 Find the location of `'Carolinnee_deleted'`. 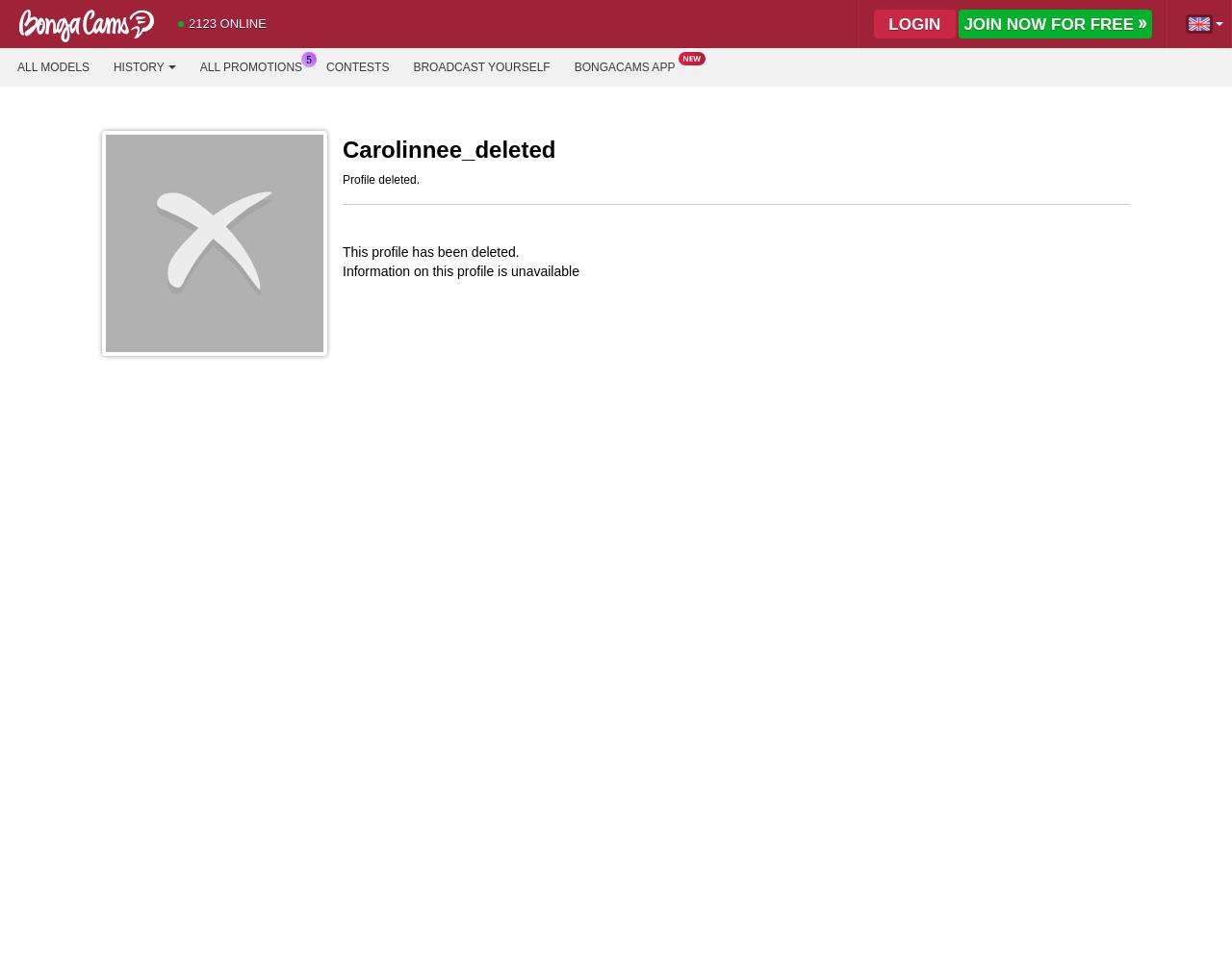

'Carolinnee_deleted' is located at coordinates (448, 149).